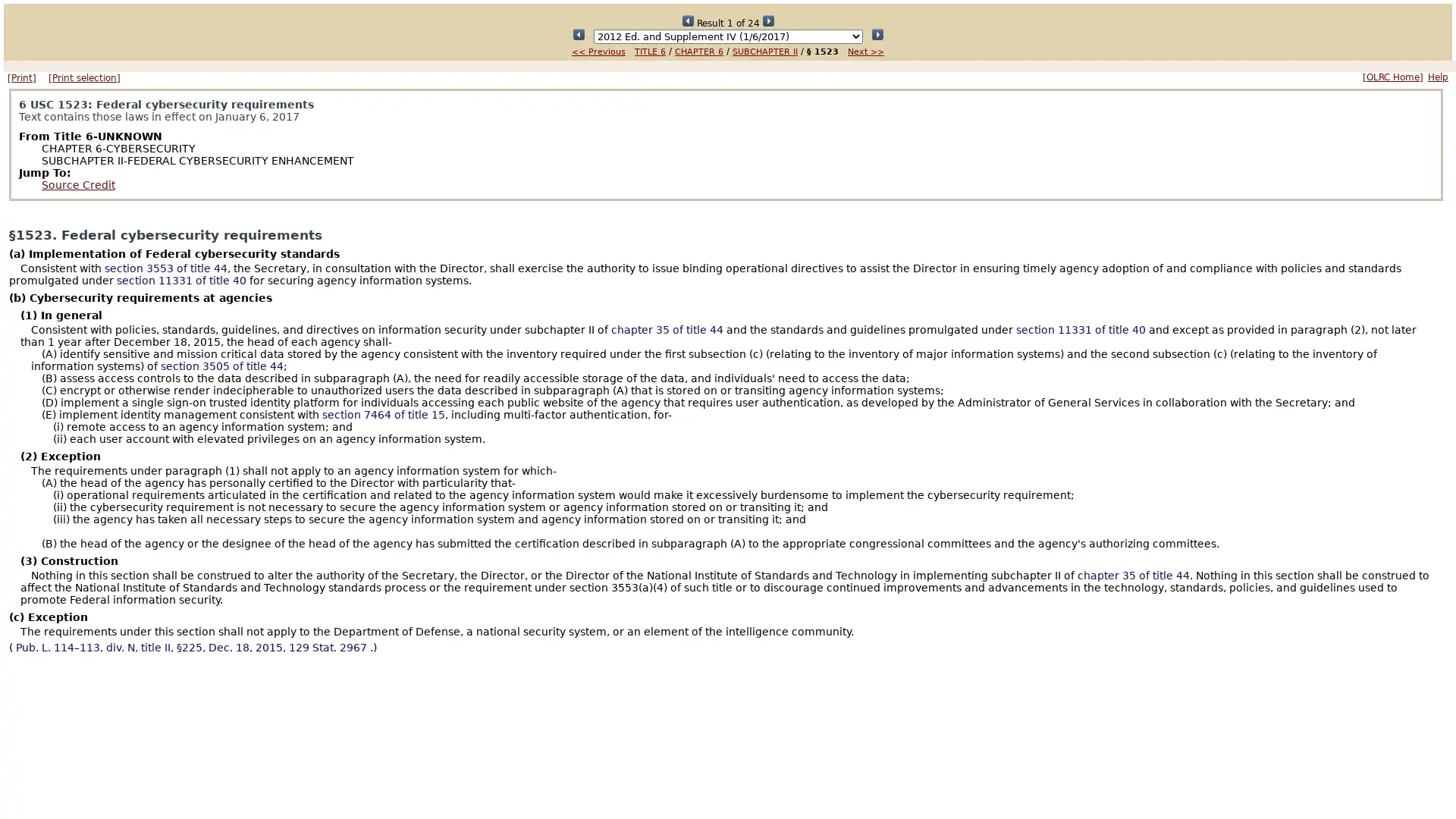 The height and width of the screenshot is (819, 1456). What do you see at coordinates (686, 20) in the screenshot?
I see `Submit` at bounding box center [686, 20].